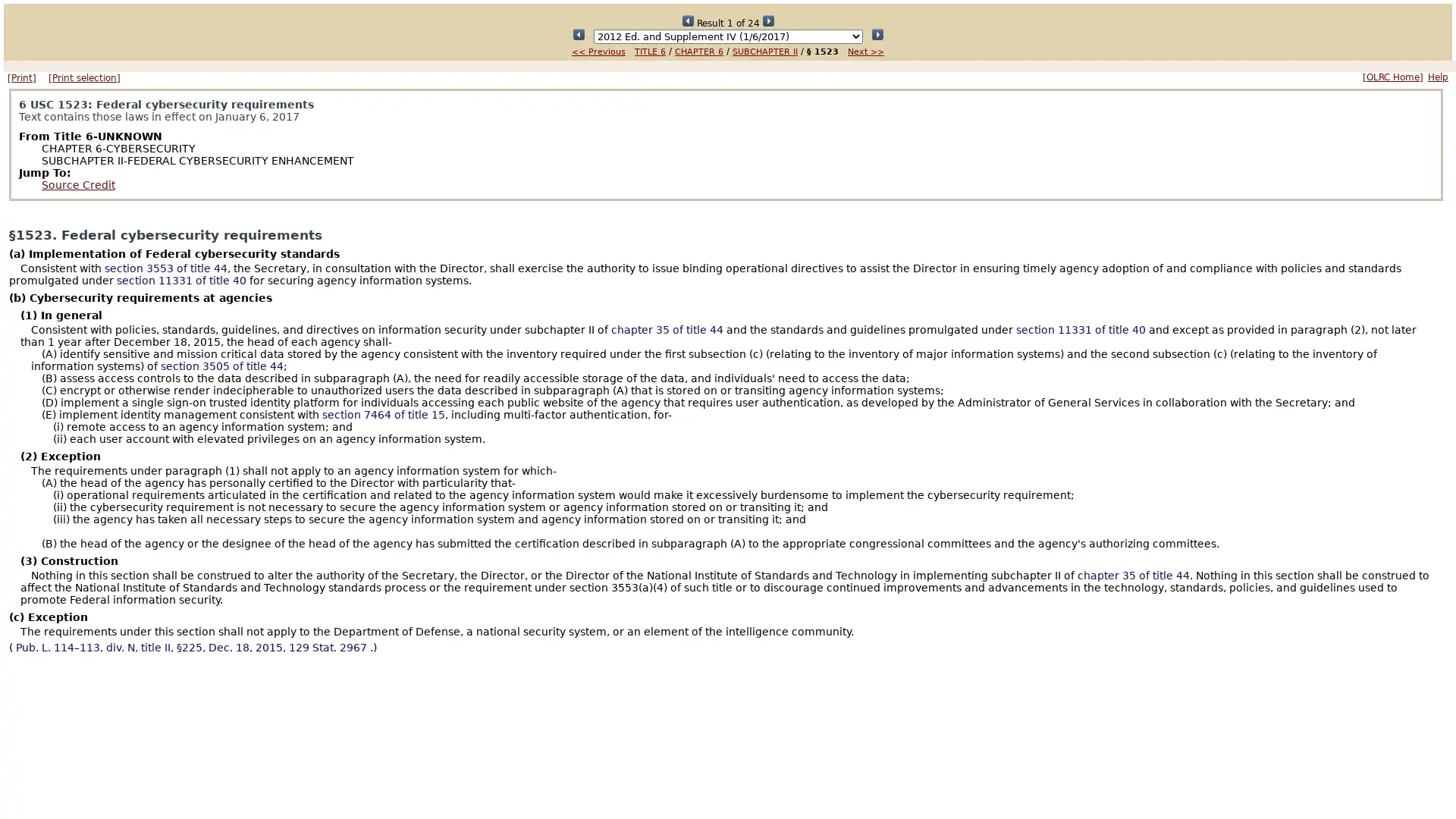 The height and width of the screenshot is (819, 1456). What do you see at coordinates (686, 20) in the screenshot?
I see `Submit` at bounding box center [686, 20].